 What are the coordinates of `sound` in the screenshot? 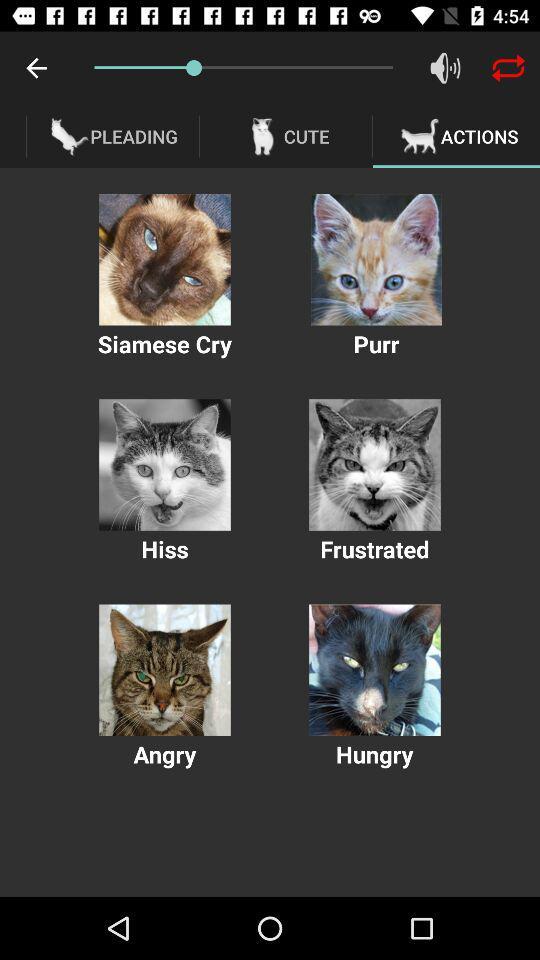 It's located at (445, 68).